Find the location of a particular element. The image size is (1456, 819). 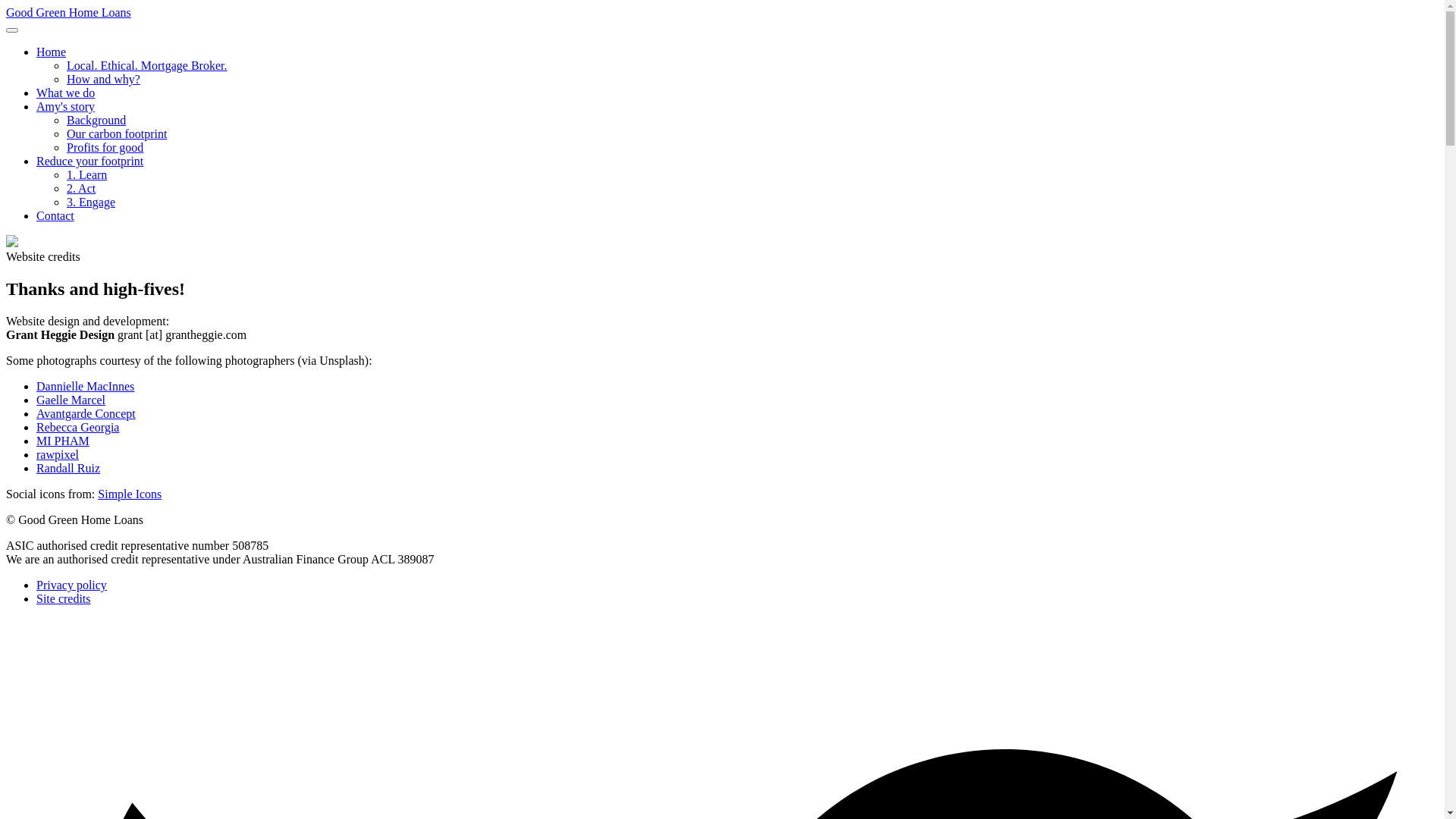

'Good Green Home Loans' is located at coordinates (67, 12).